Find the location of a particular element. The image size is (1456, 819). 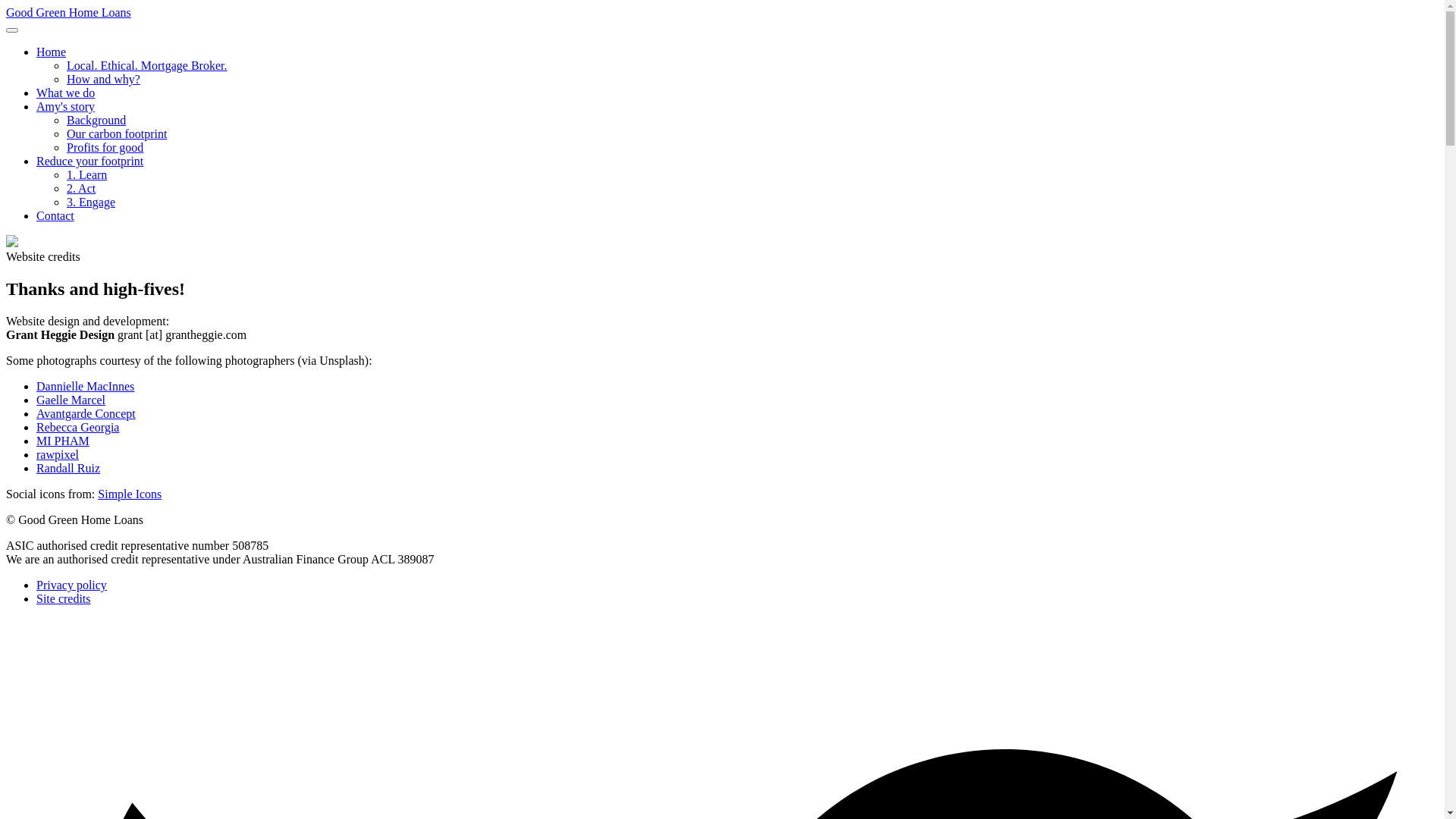

'Good Green Home Loans' is located at coordinates (67, 12).